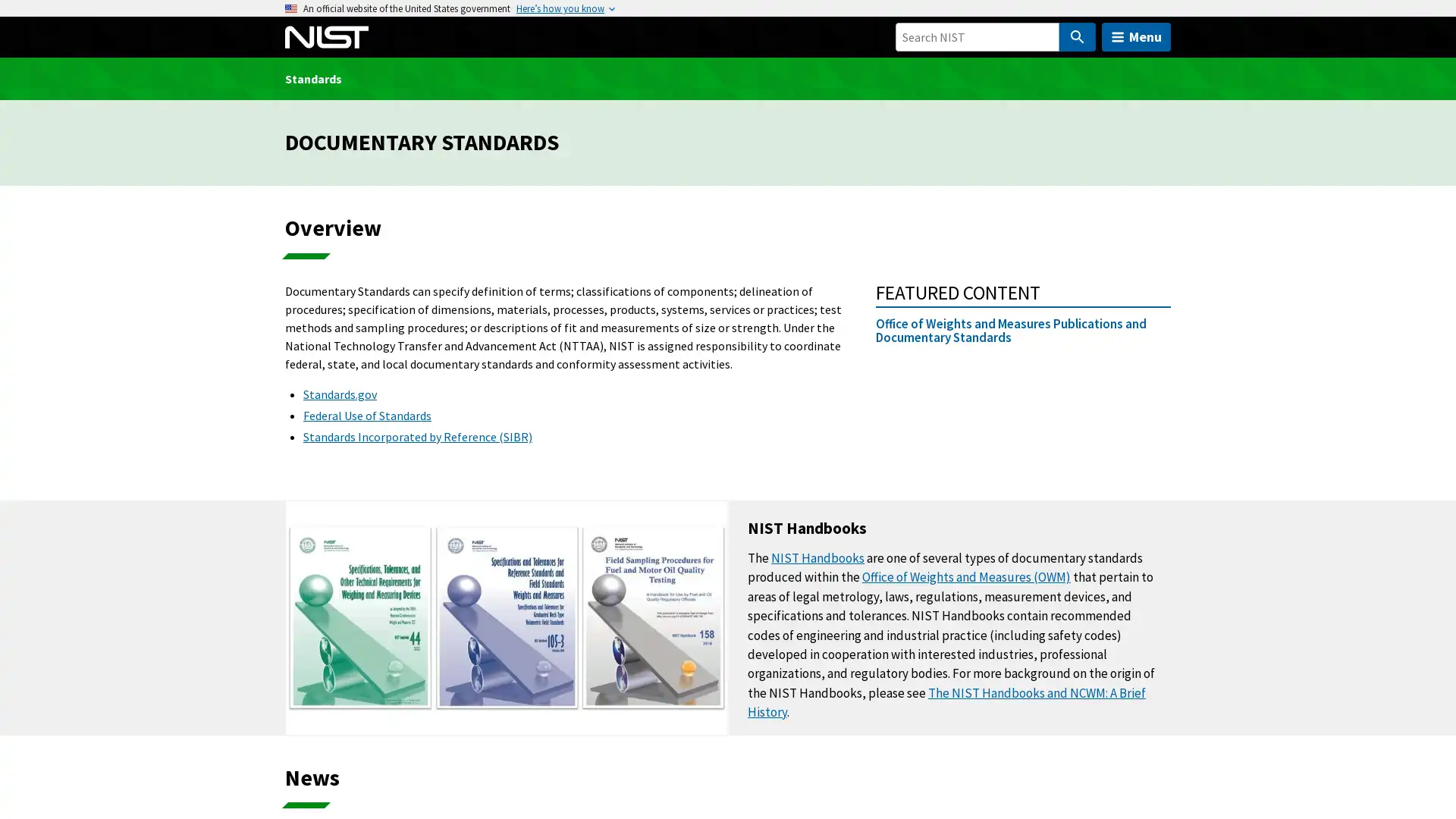 Image resolution: width=1456 pixels, height=819 pixels. What do you see at coordinates (560, 8) in the screenshot?
I see `Heres how you know` at bounding box center [560, 8].